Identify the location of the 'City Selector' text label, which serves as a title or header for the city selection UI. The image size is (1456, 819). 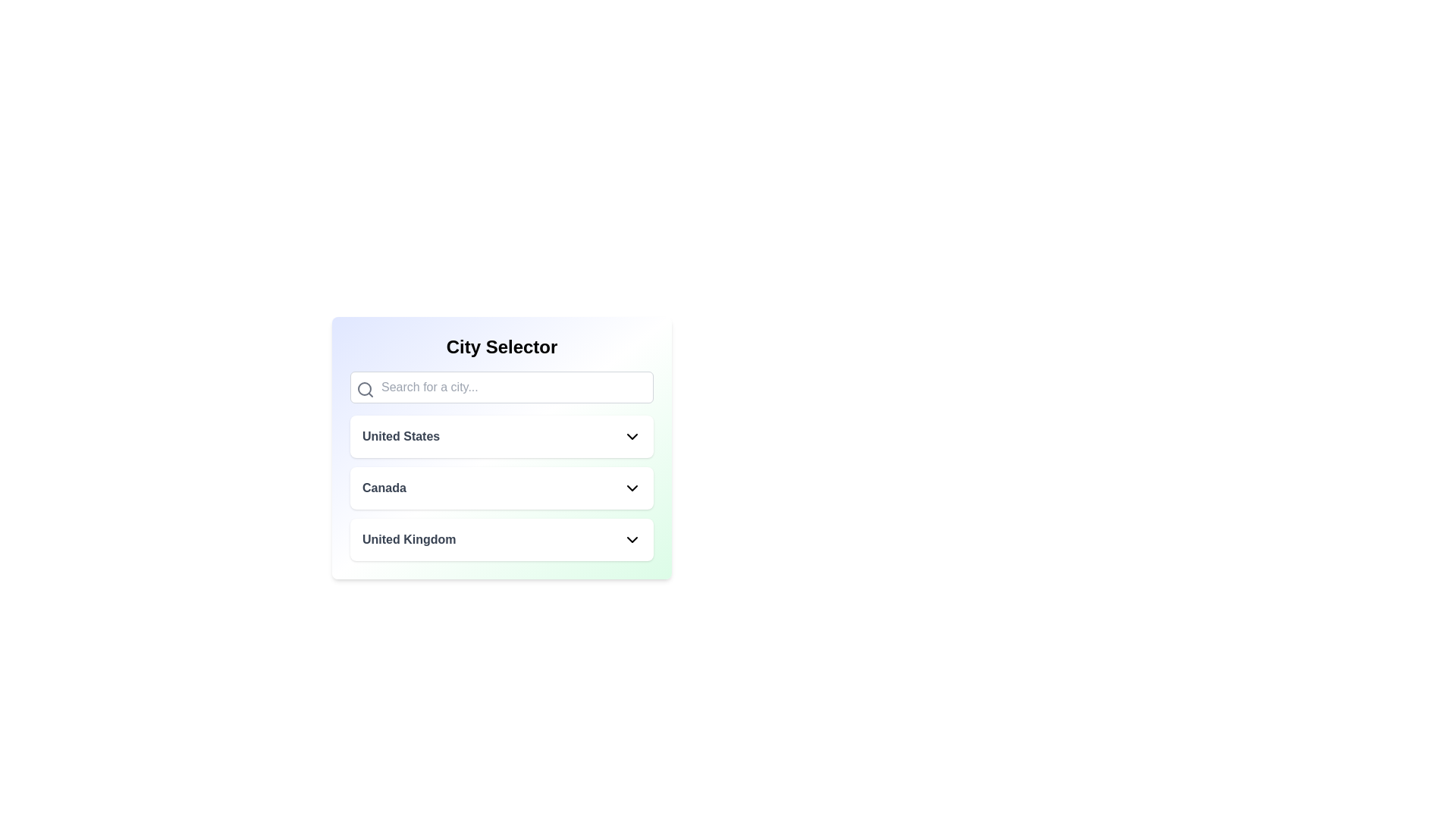
(502, 347).